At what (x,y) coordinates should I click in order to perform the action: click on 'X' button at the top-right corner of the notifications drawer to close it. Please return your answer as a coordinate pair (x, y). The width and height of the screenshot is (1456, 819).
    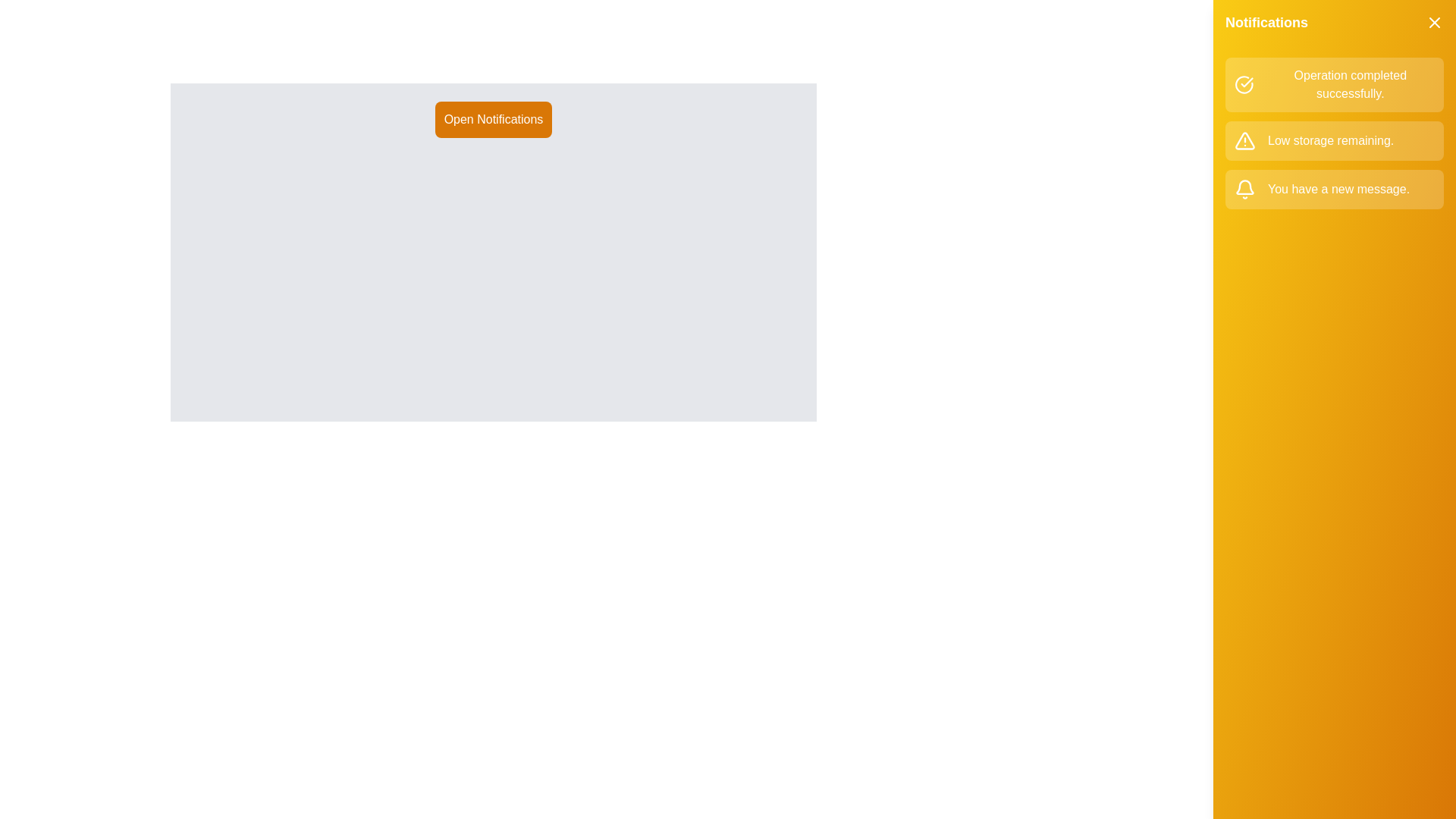
    Looking at the image, I should click on (1433, 23).